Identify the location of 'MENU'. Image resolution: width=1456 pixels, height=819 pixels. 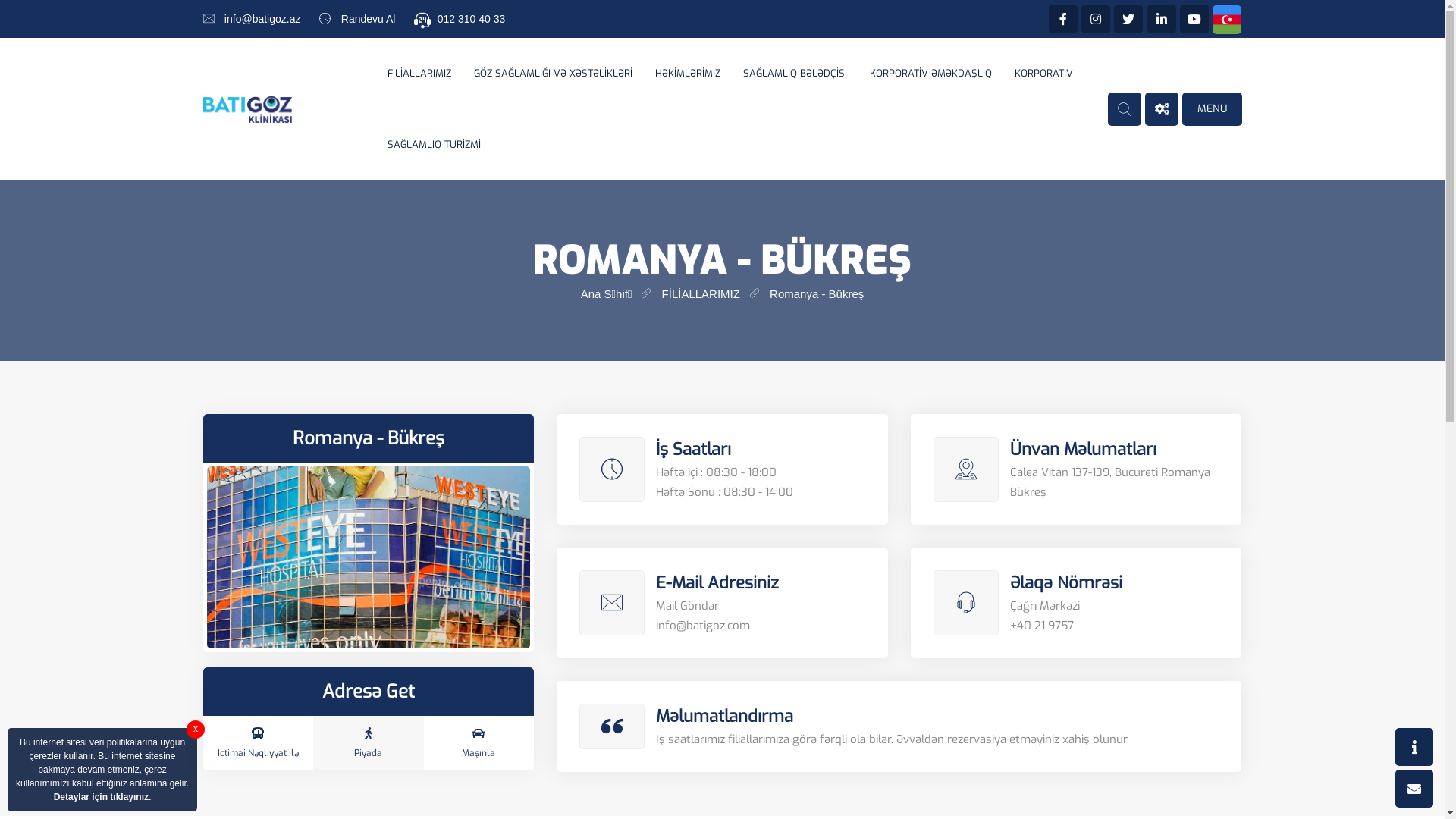
(1211, 108).